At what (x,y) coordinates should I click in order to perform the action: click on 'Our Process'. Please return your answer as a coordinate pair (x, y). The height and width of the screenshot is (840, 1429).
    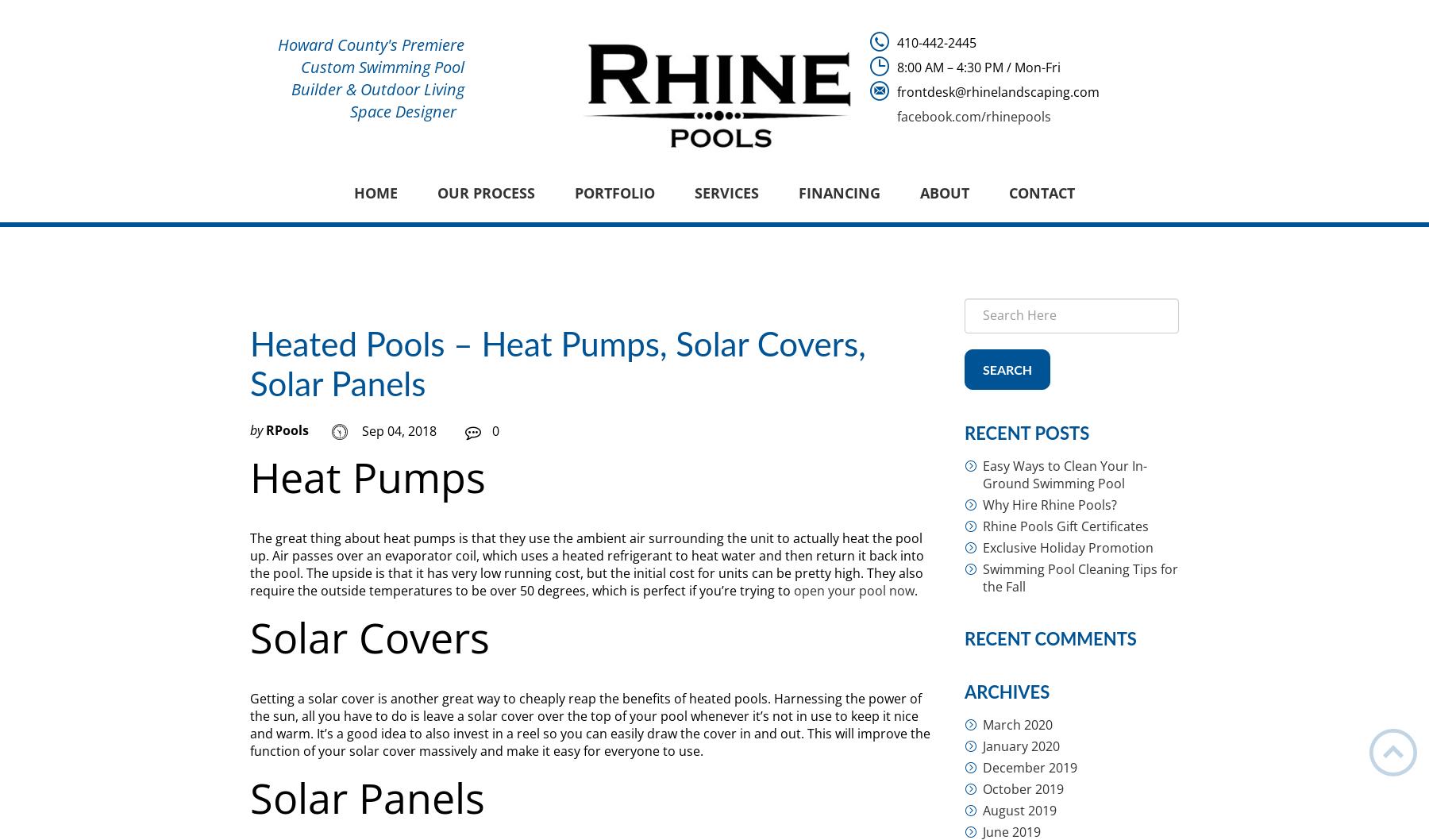
    Looking at the image, I should click on (436, 193).